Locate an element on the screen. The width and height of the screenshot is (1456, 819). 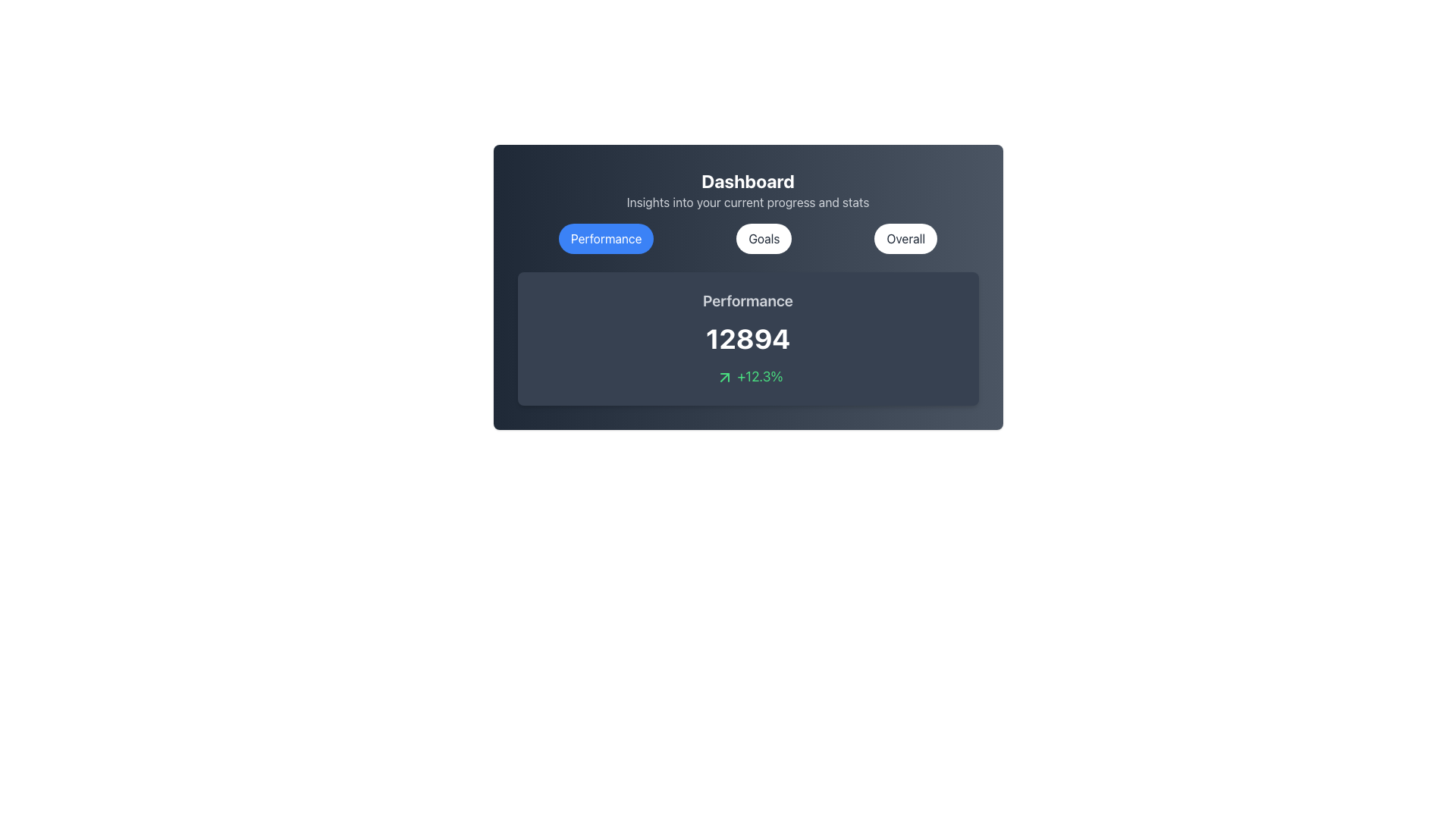
the performance-related button located at the top-center of the interface, which is the first of three horizontally aligned buttons is located at coordinates (605, 239).